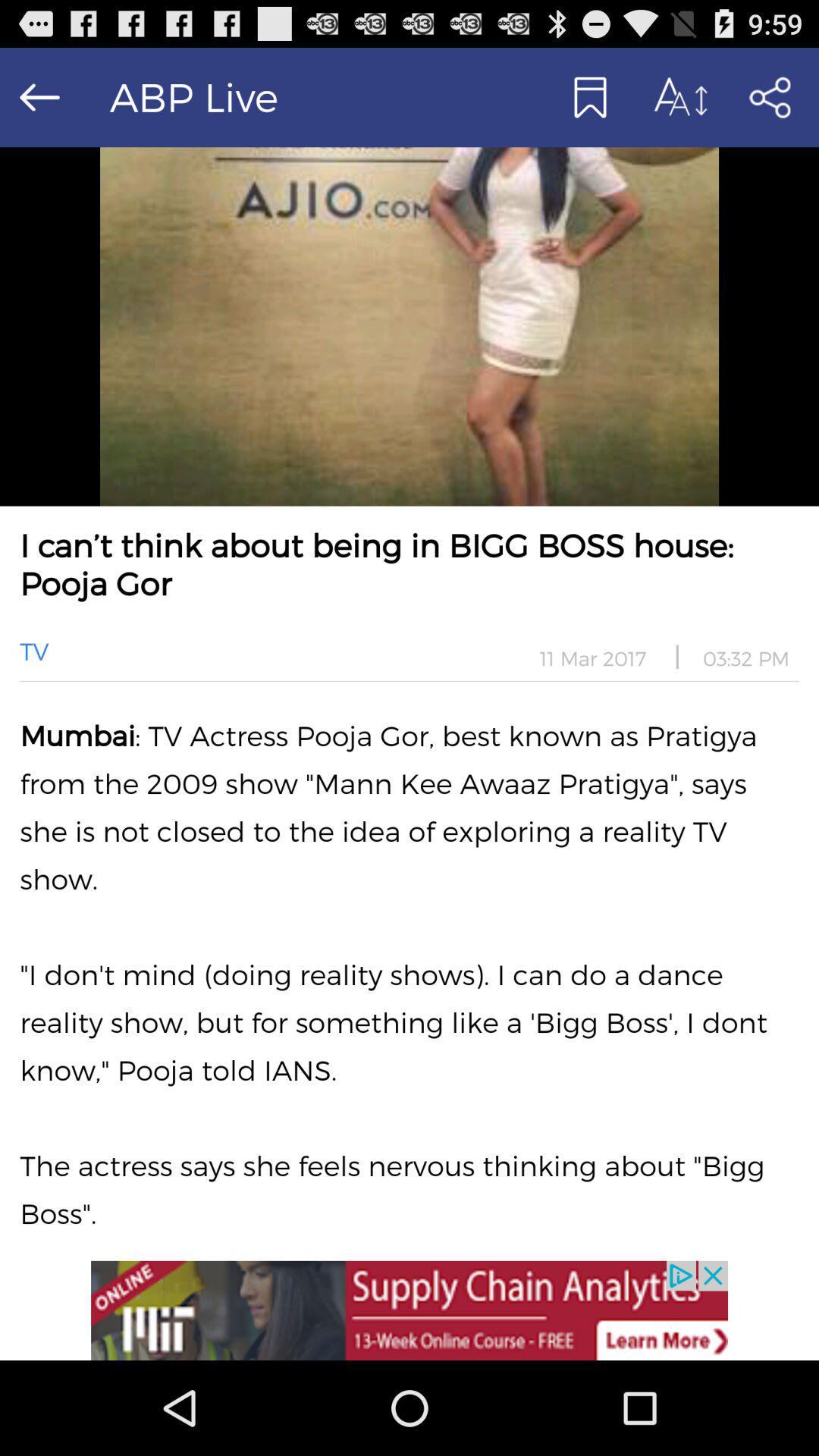 The width and height of the screenshot is (819, 1456). Describe the element at coordinates (678, 103) in the screenshot. I see `the font icon` at that location.